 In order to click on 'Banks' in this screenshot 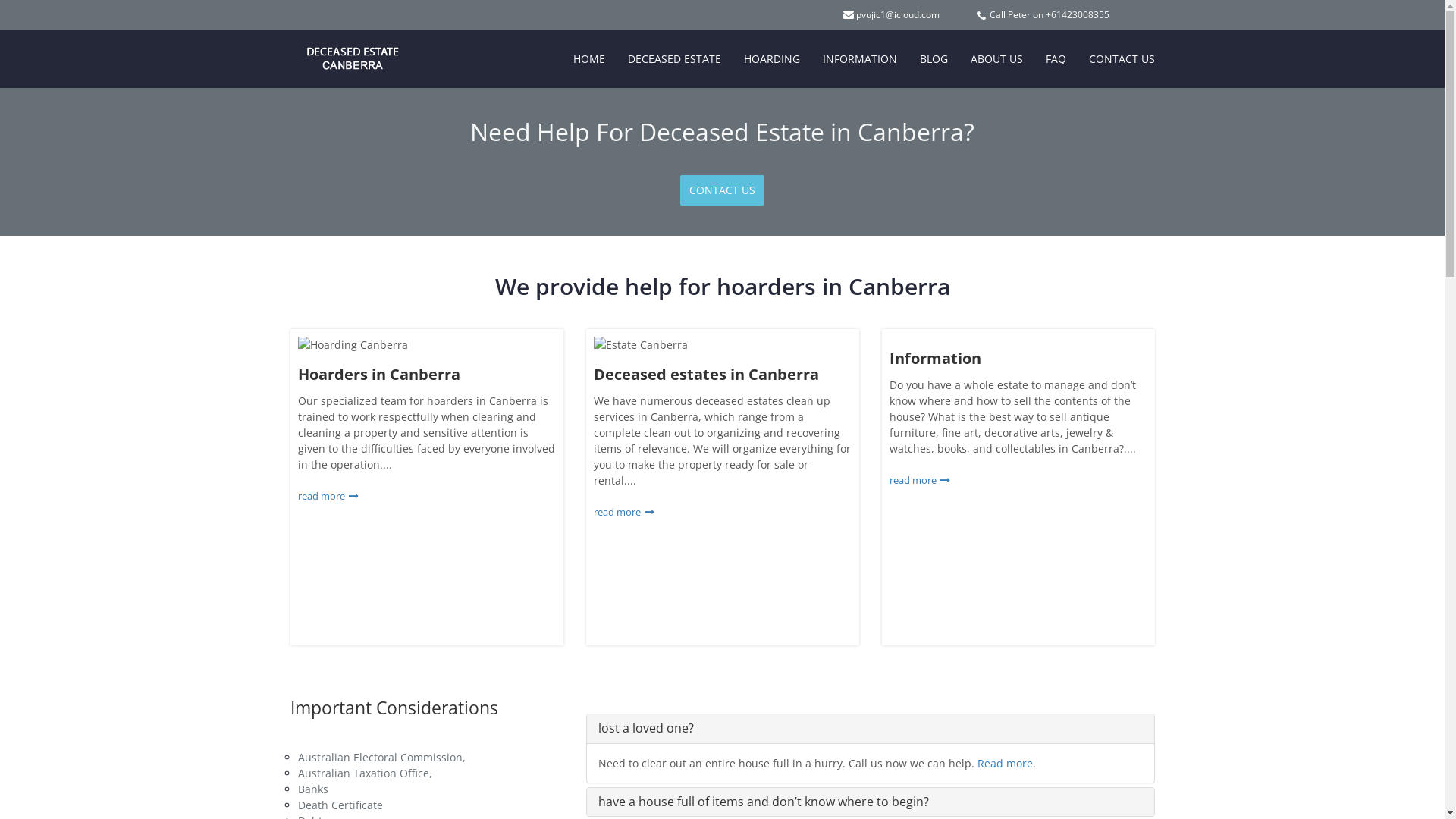, I will do `click(312, 788)`.